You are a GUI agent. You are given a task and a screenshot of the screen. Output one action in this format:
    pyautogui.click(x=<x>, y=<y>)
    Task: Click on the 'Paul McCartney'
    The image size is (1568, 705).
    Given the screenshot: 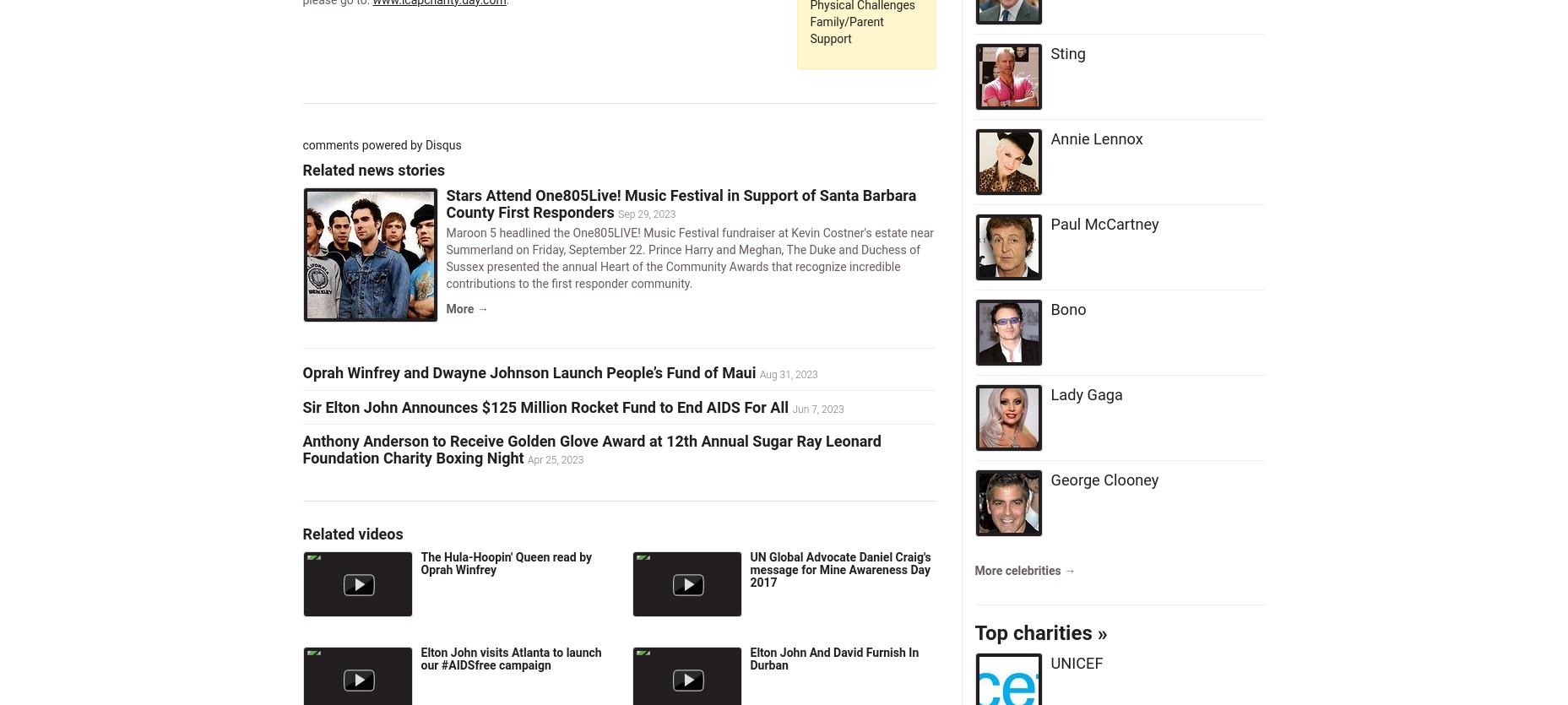 What is the action you would take?
    pyautogui.click(x=1104, y=222)
    